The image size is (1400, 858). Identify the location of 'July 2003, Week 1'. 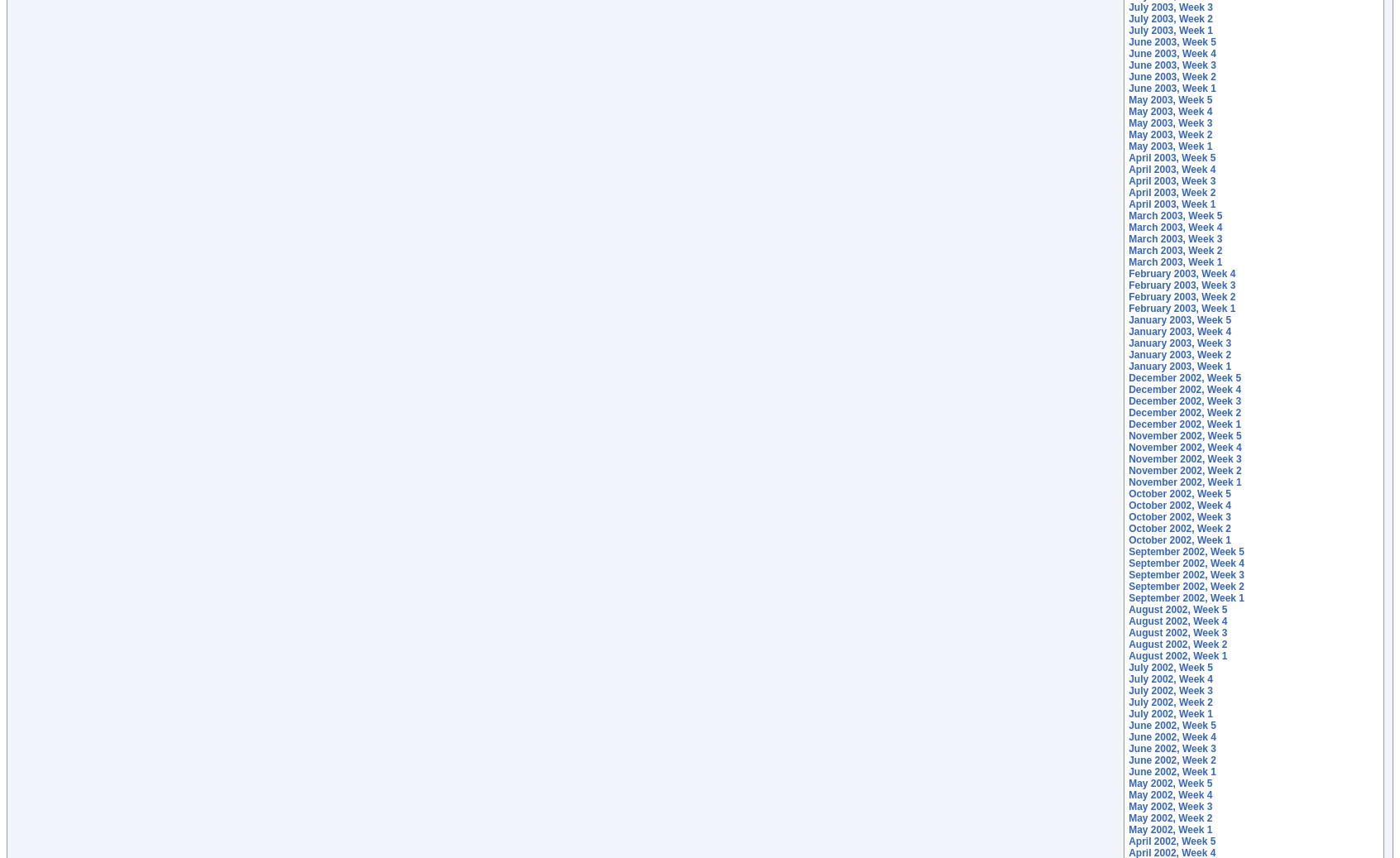
(1170, 30).